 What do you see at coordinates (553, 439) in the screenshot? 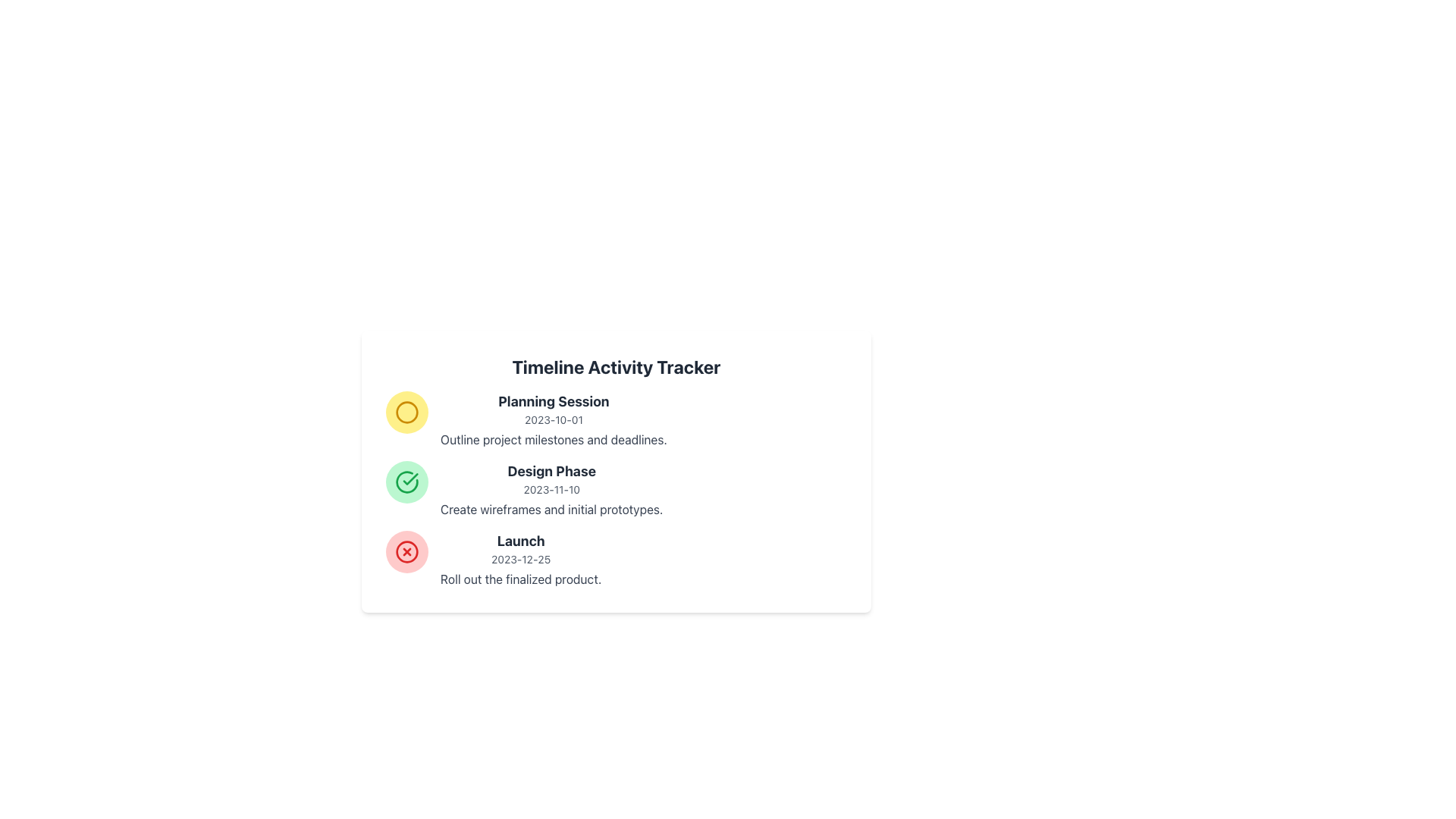
I see `the text component containing the phrase 'Outline project milestones and deadlines.' which is styled in gray and located below '2023-10-01' and 'Planning Session'` at bounding box center [553, 439].